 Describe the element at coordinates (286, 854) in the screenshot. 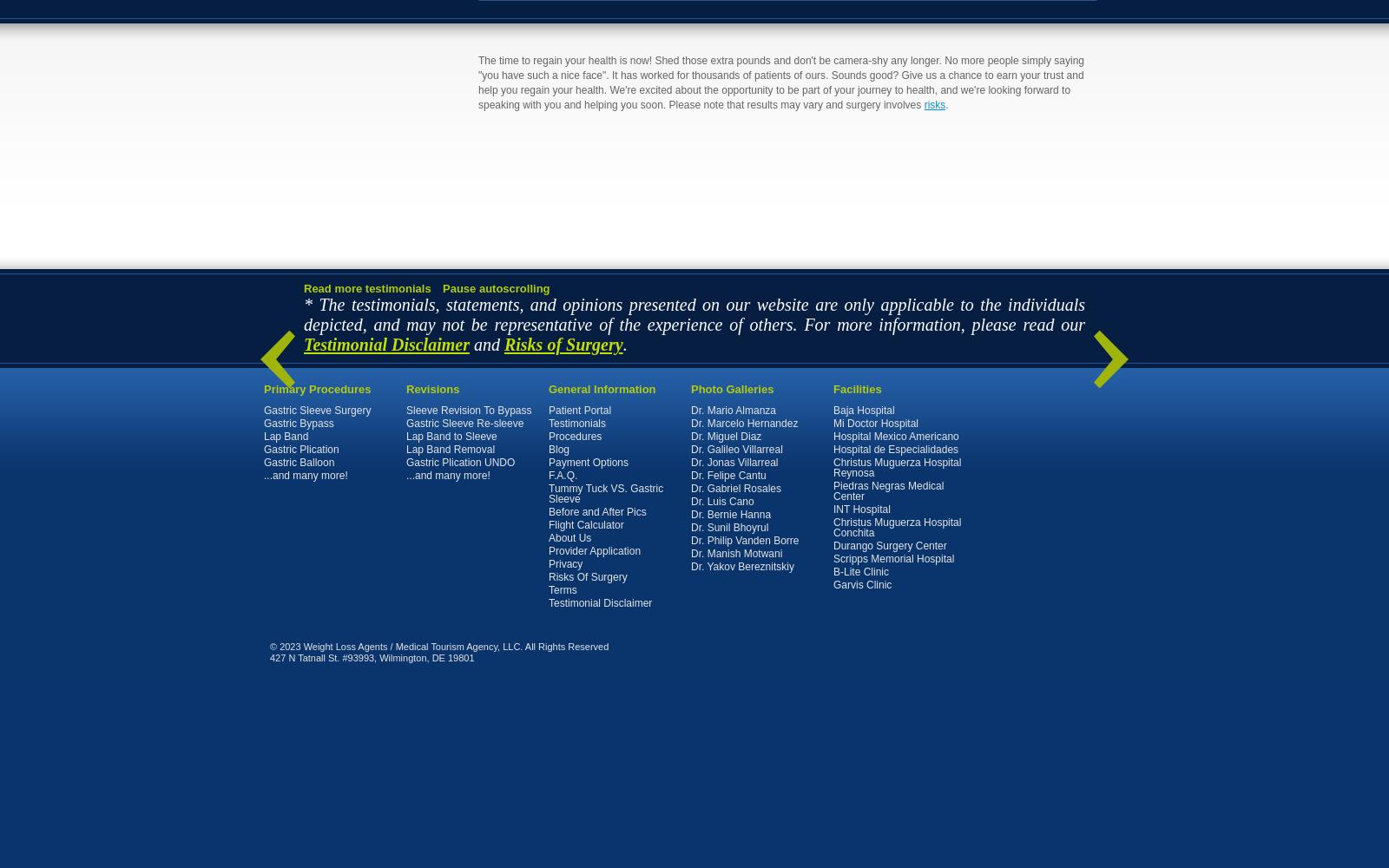

I see `'12.'` at that location.